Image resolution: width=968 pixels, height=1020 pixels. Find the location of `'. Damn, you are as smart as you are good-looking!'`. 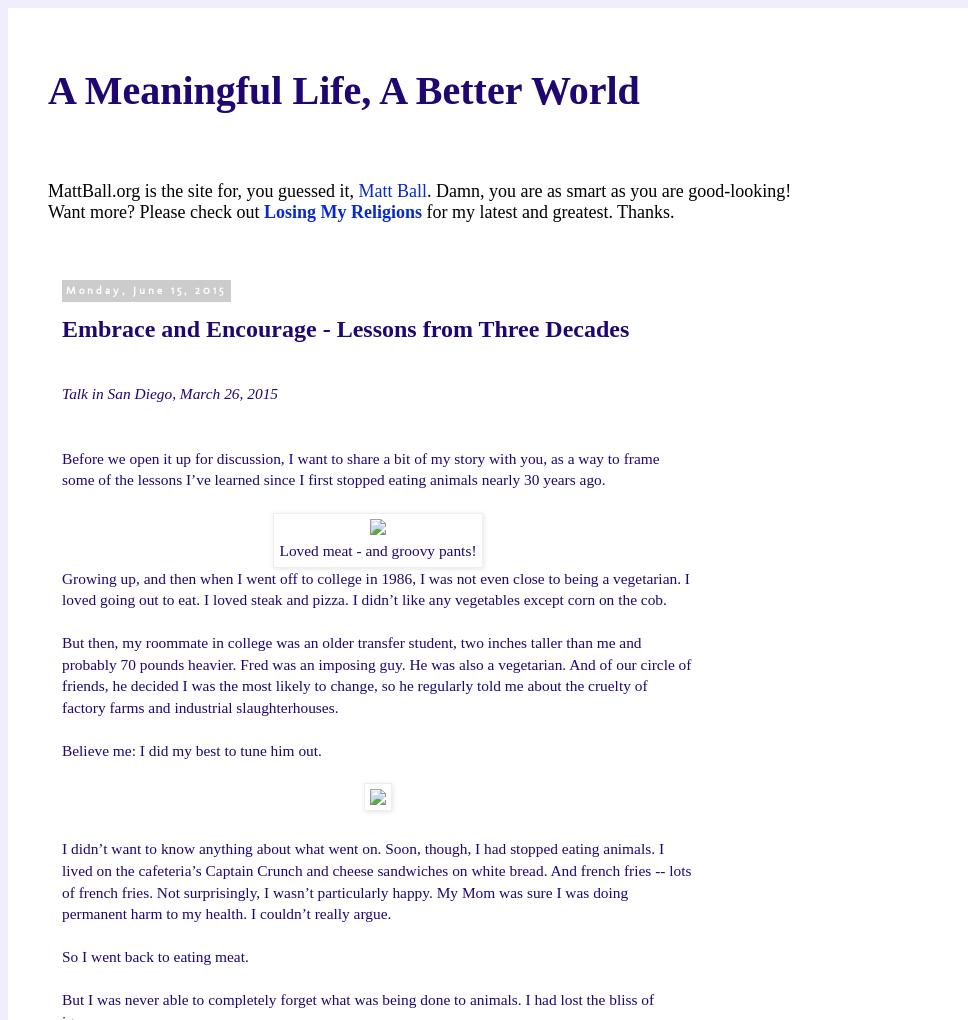

'. Damn, you are as smart as you are good-looking!' is located at coordinates (426, 189).